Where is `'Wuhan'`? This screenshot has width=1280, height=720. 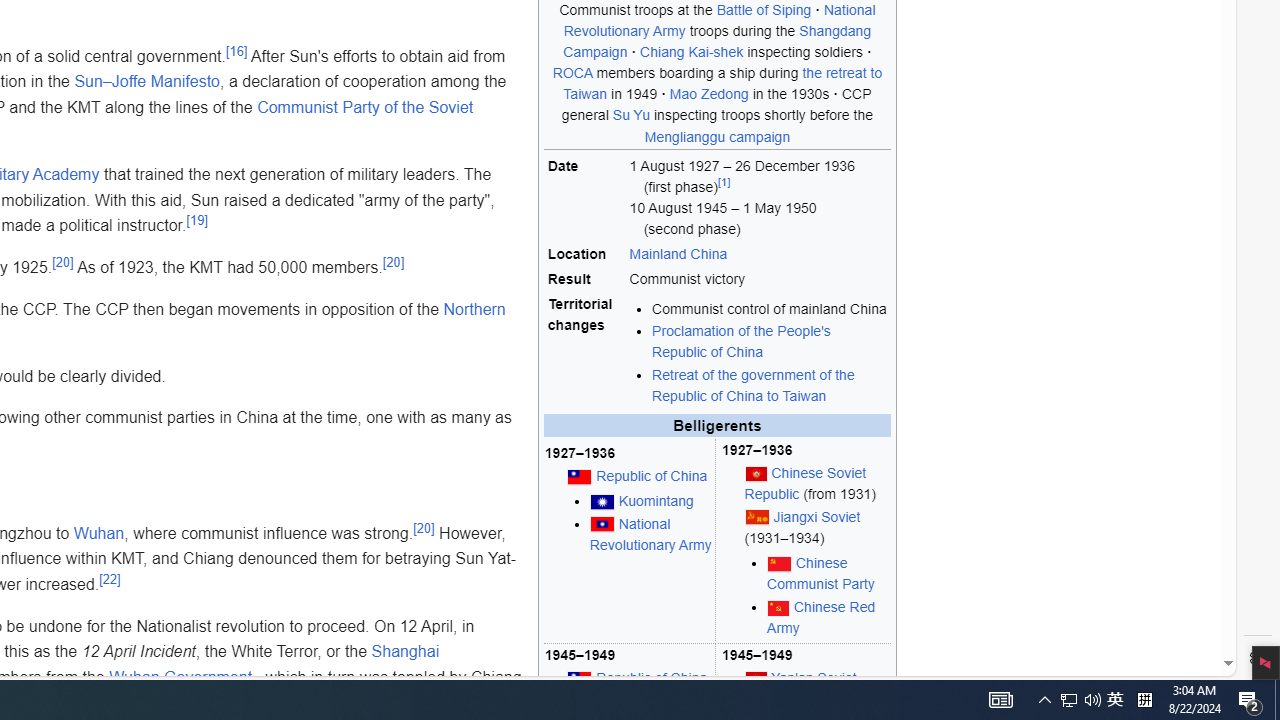 'Wuhan' is located at coordinates (98, 532).